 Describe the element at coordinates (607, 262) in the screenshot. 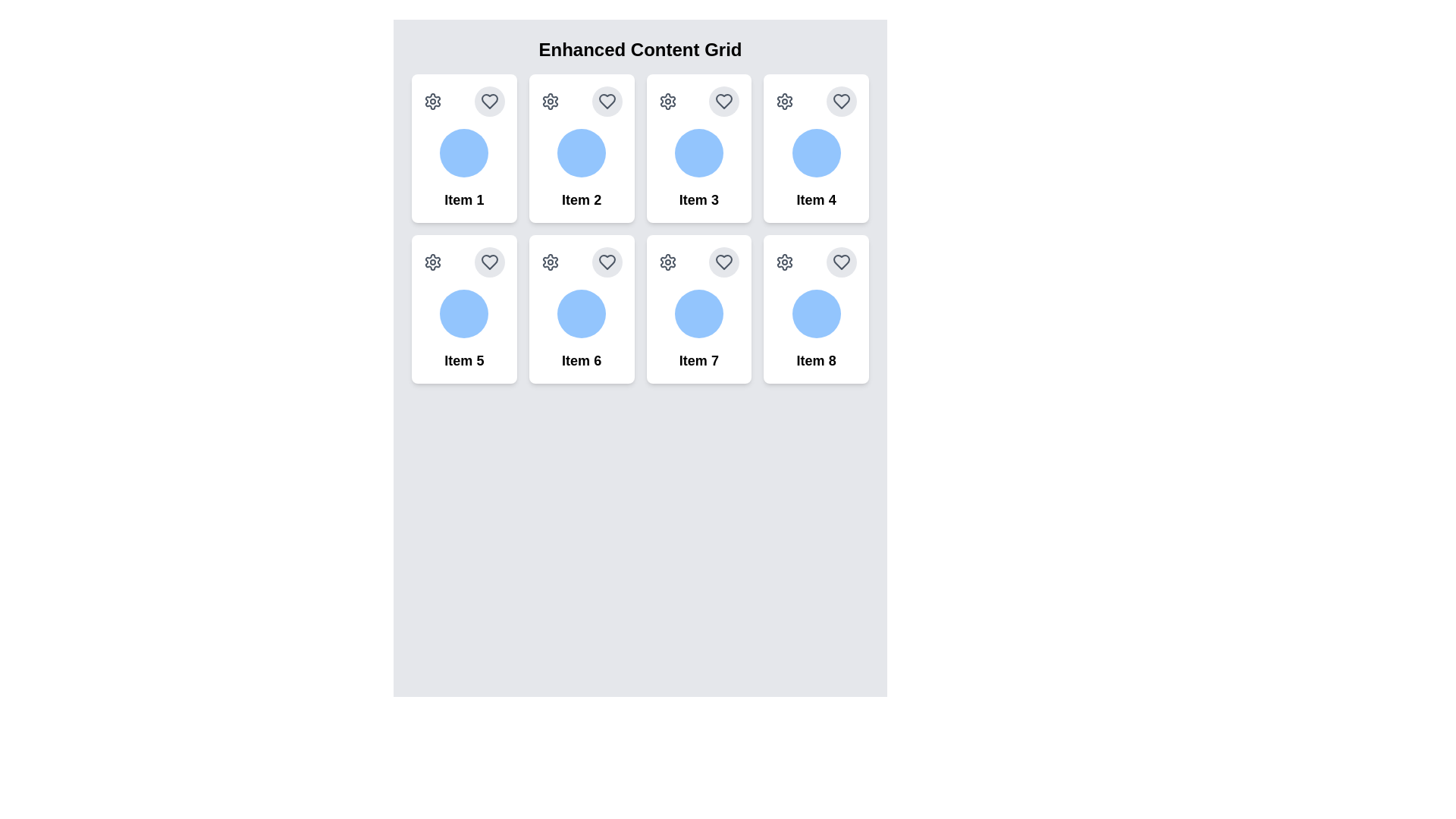

I see `the heart icon located in the upper-right corner of the 'Item 6' card` at that location.